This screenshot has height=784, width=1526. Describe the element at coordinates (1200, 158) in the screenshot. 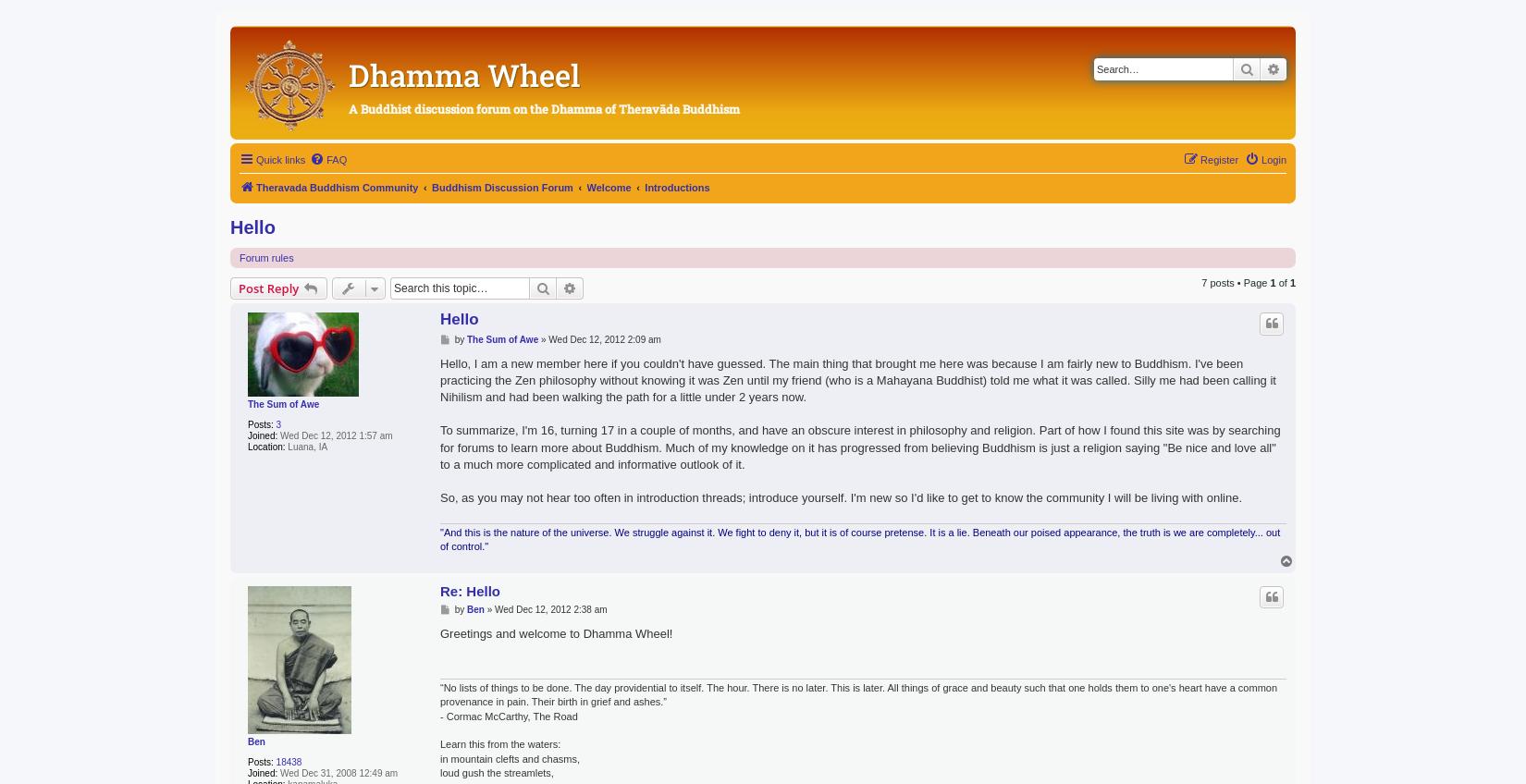

I see `'Register'` at that location.